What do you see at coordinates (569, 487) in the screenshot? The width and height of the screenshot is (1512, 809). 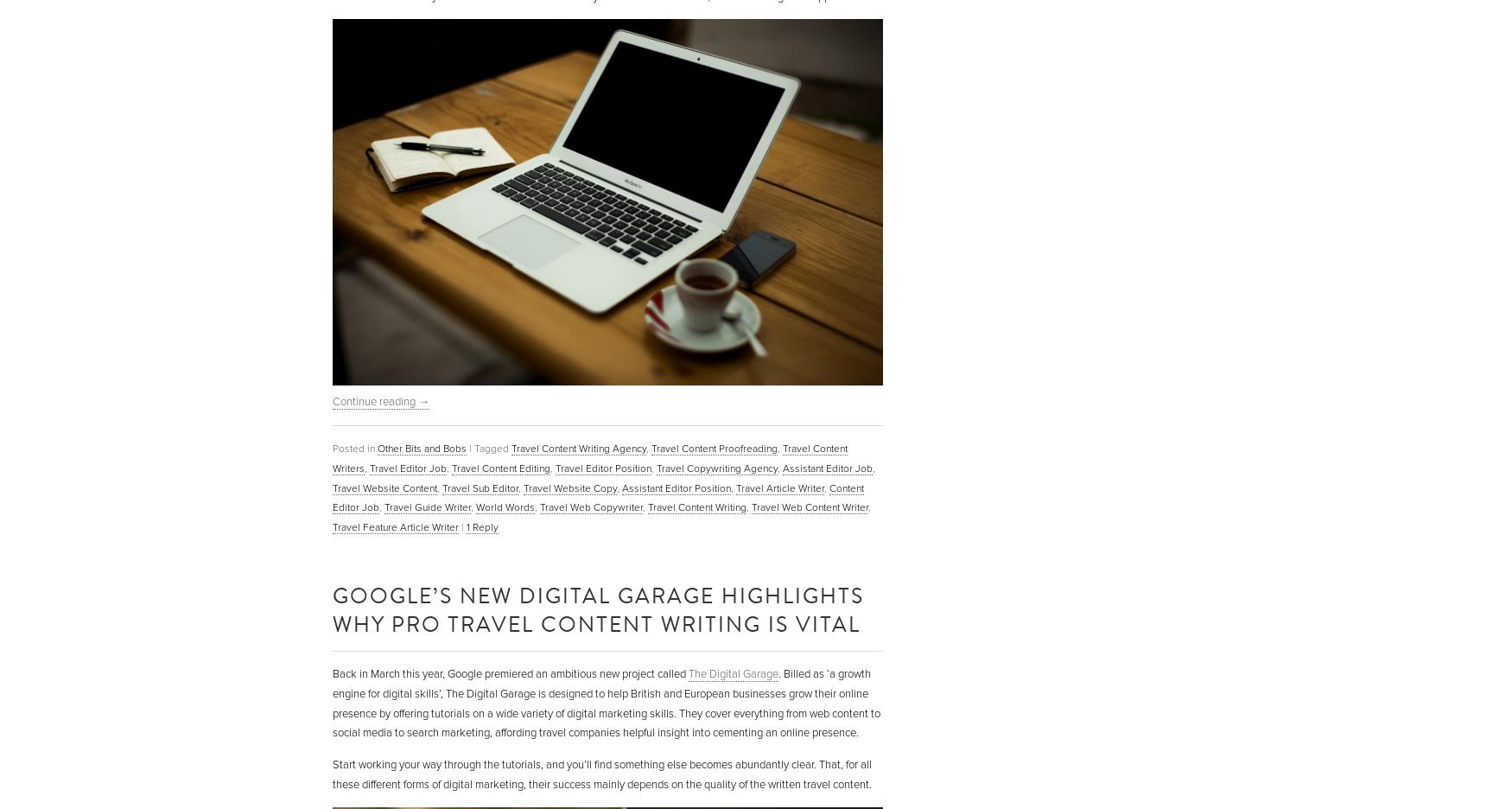 I see `'Travel Website Copy'` at bounding box center [569, 487].